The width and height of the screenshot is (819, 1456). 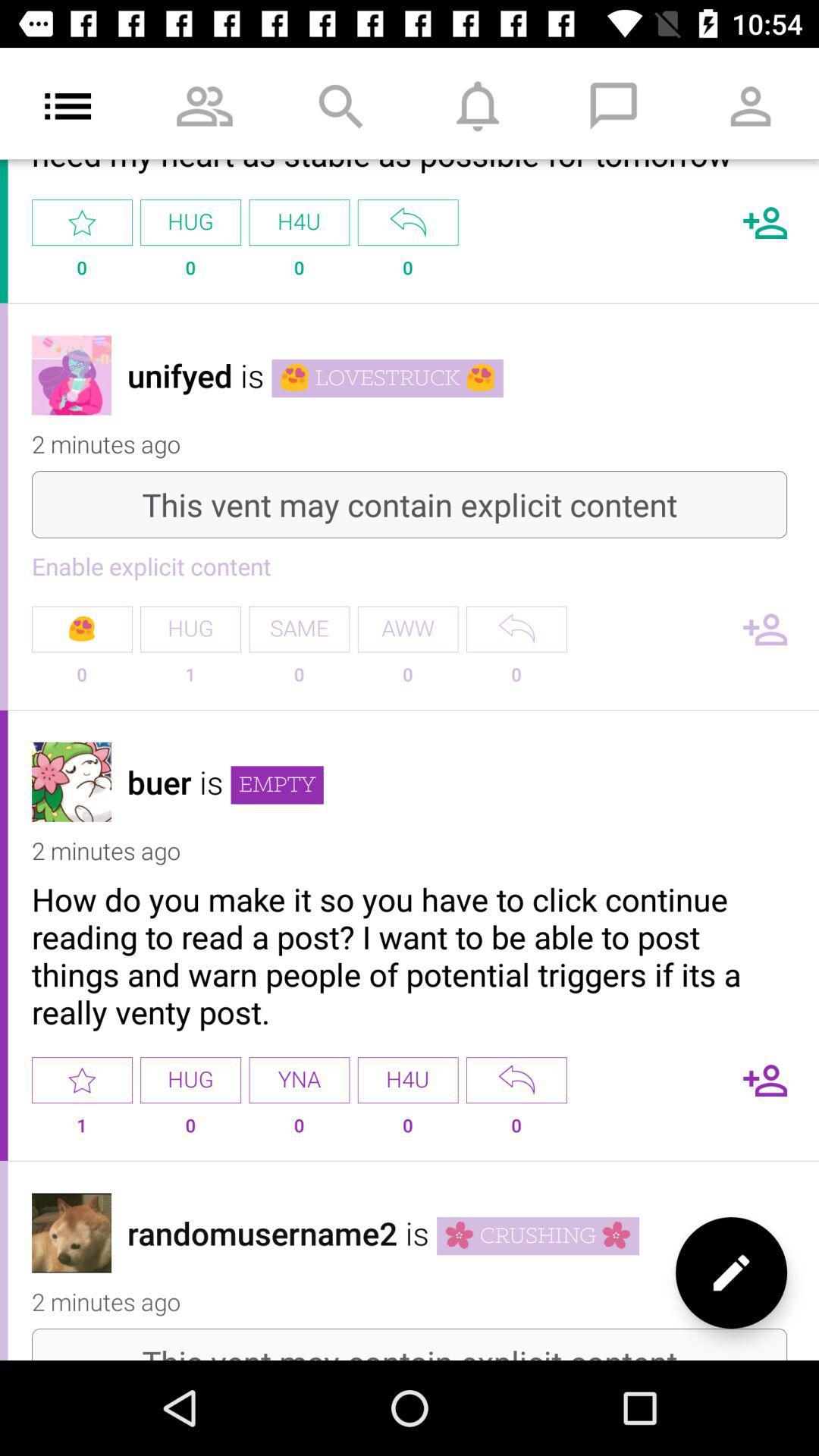 I want to click on profile photo, so click(x=71, y=782).